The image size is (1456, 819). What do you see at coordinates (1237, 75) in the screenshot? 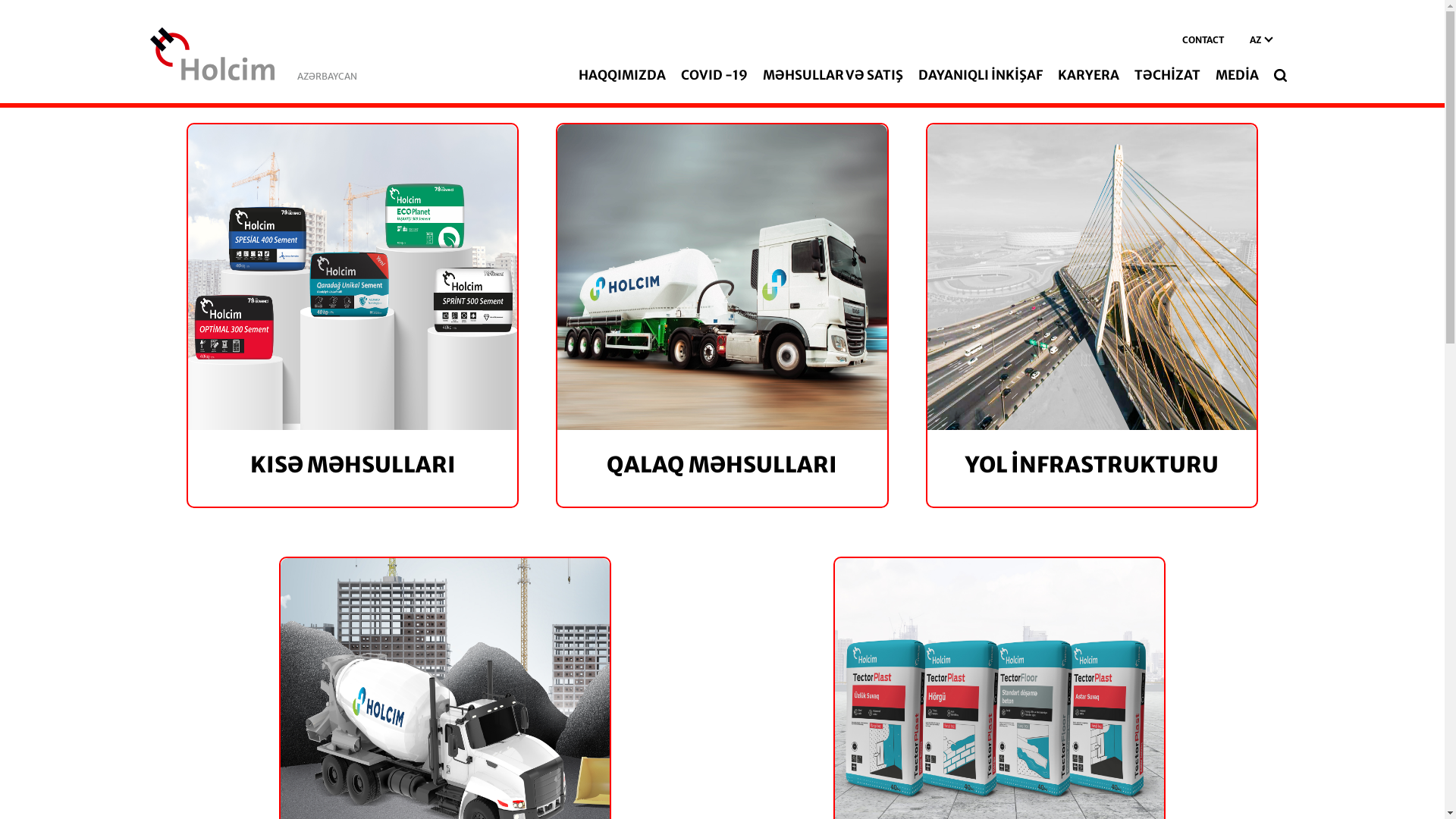
I see `'MEDIA'` at bounding box center [1237, 75].